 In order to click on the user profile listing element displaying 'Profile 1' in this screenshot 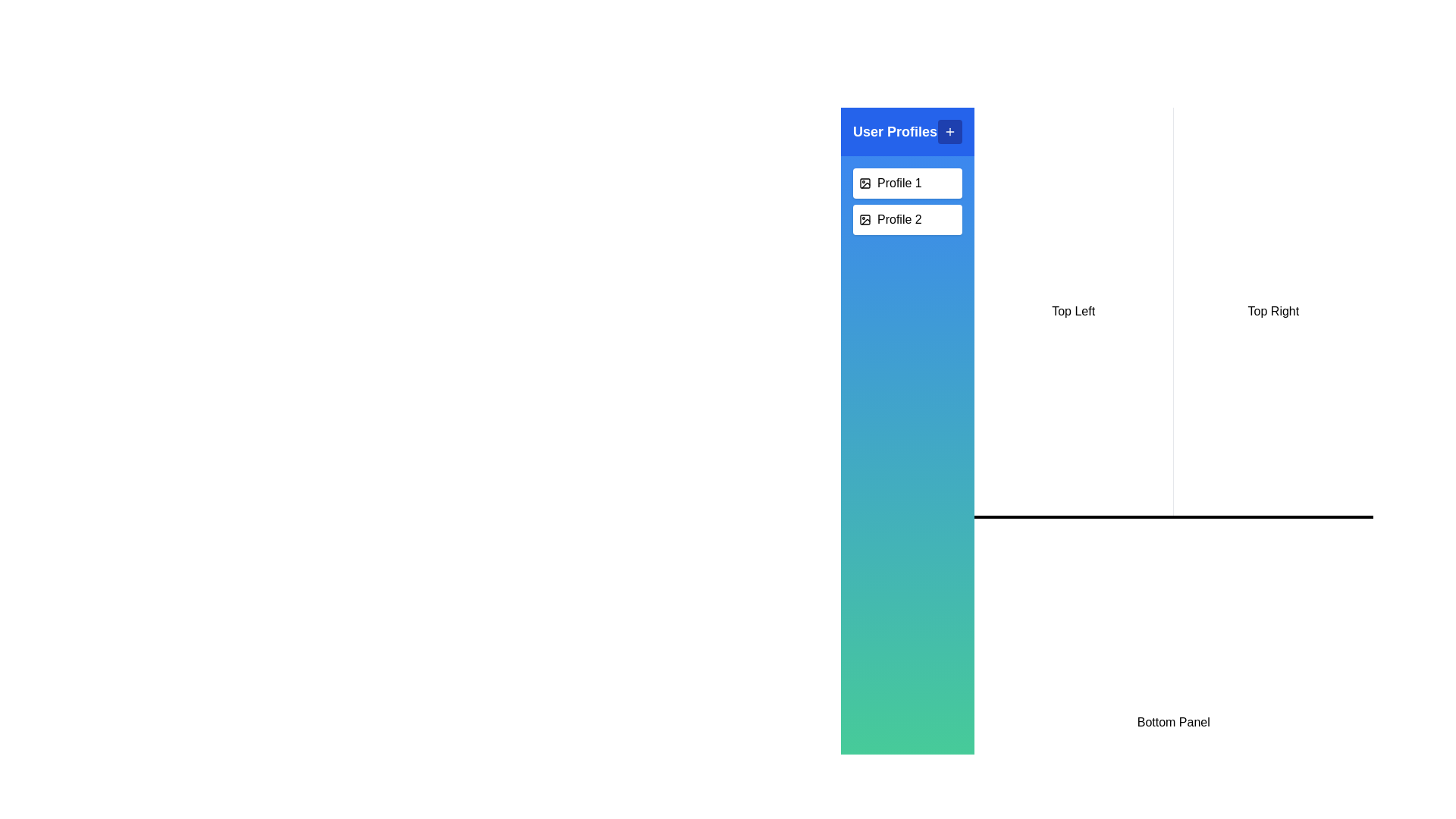, I will do `click(907, 183)`.